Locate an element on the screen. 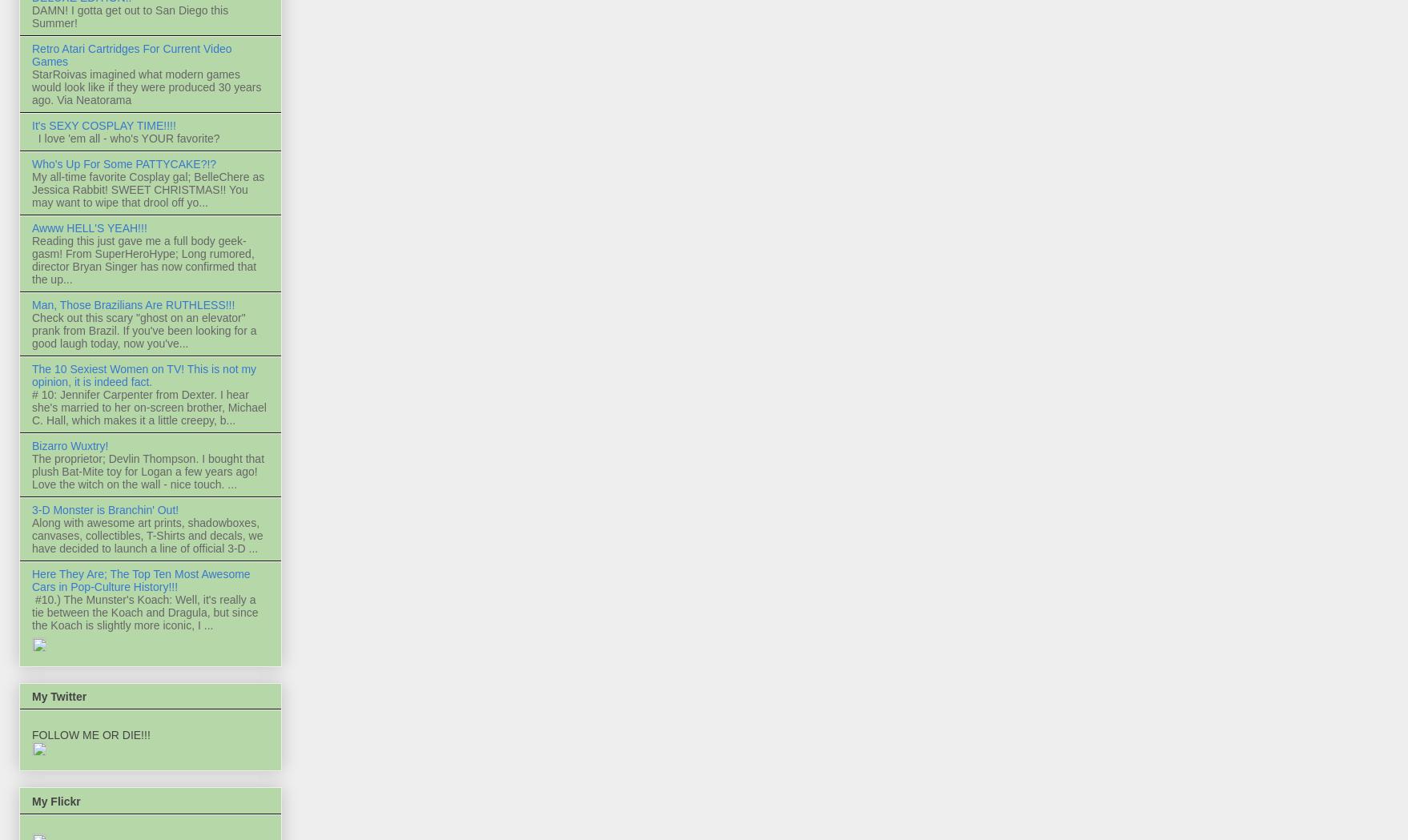 This screenshot has height=840, width=1408. 'Awww HELL'S YEAH!!!' is located at coordinates (32, 228).